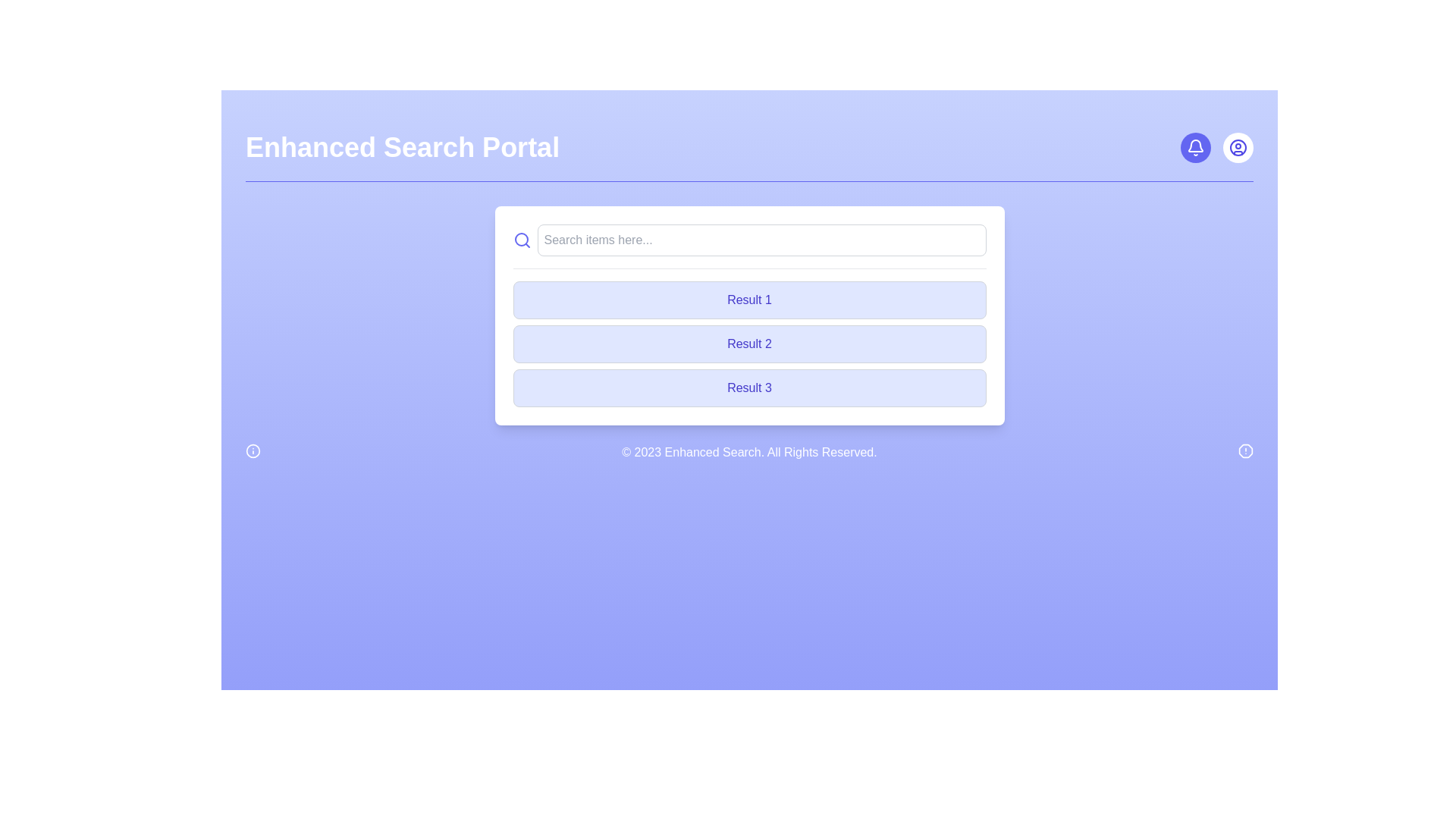 This screenshot has width=1456, height=819. Describe the element at coordinates (749, 300) in the screenshot. I see `the 'Result 1' button-like component to initiate the action associated with this search result` at that location.